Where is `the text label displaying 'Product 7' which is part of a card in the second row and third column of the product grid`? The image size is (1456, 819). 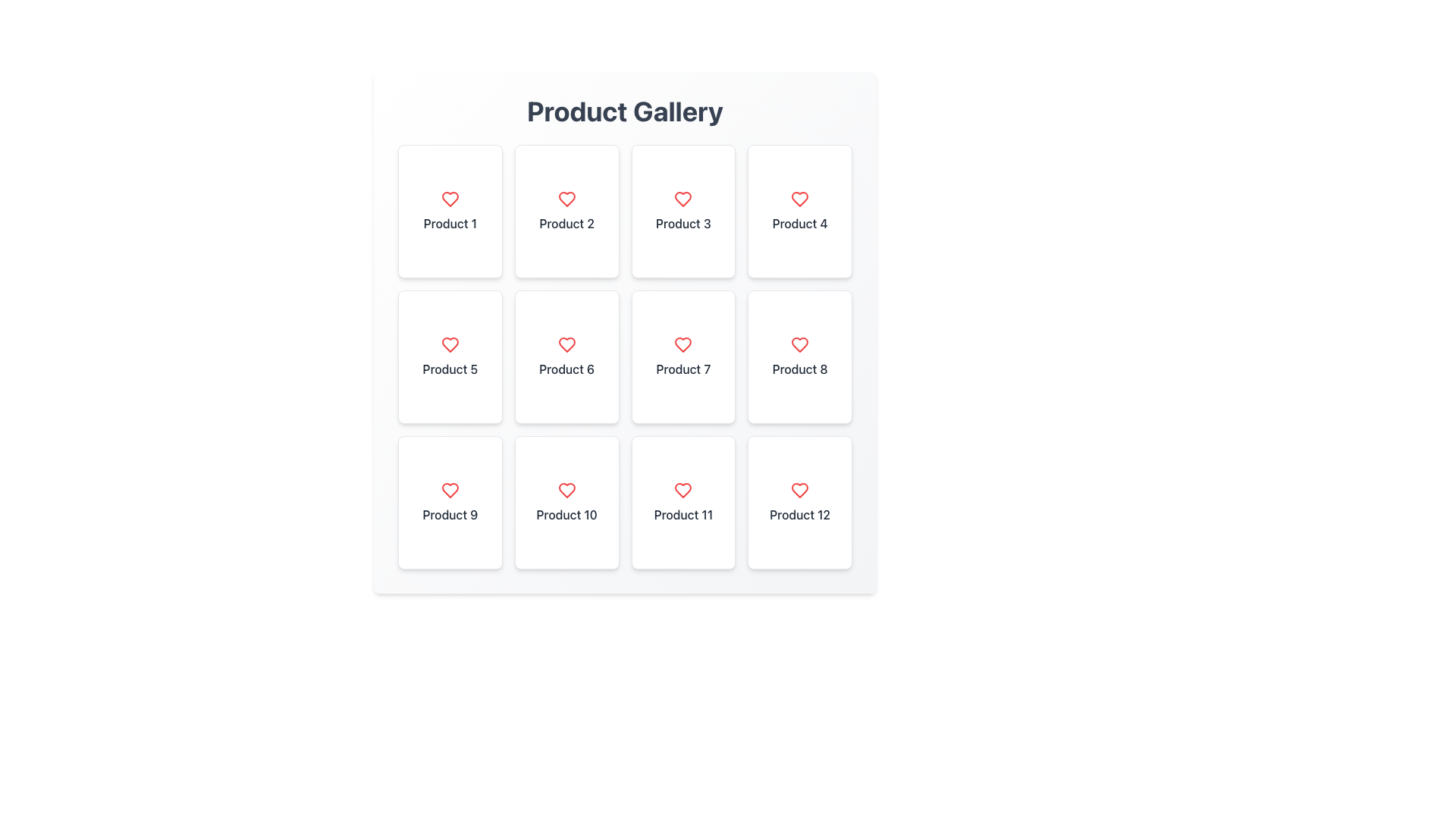
the text label displaying 'Product 7' which is part of a card in the second row and third column of the product grid is located at coordinates (682, 369).